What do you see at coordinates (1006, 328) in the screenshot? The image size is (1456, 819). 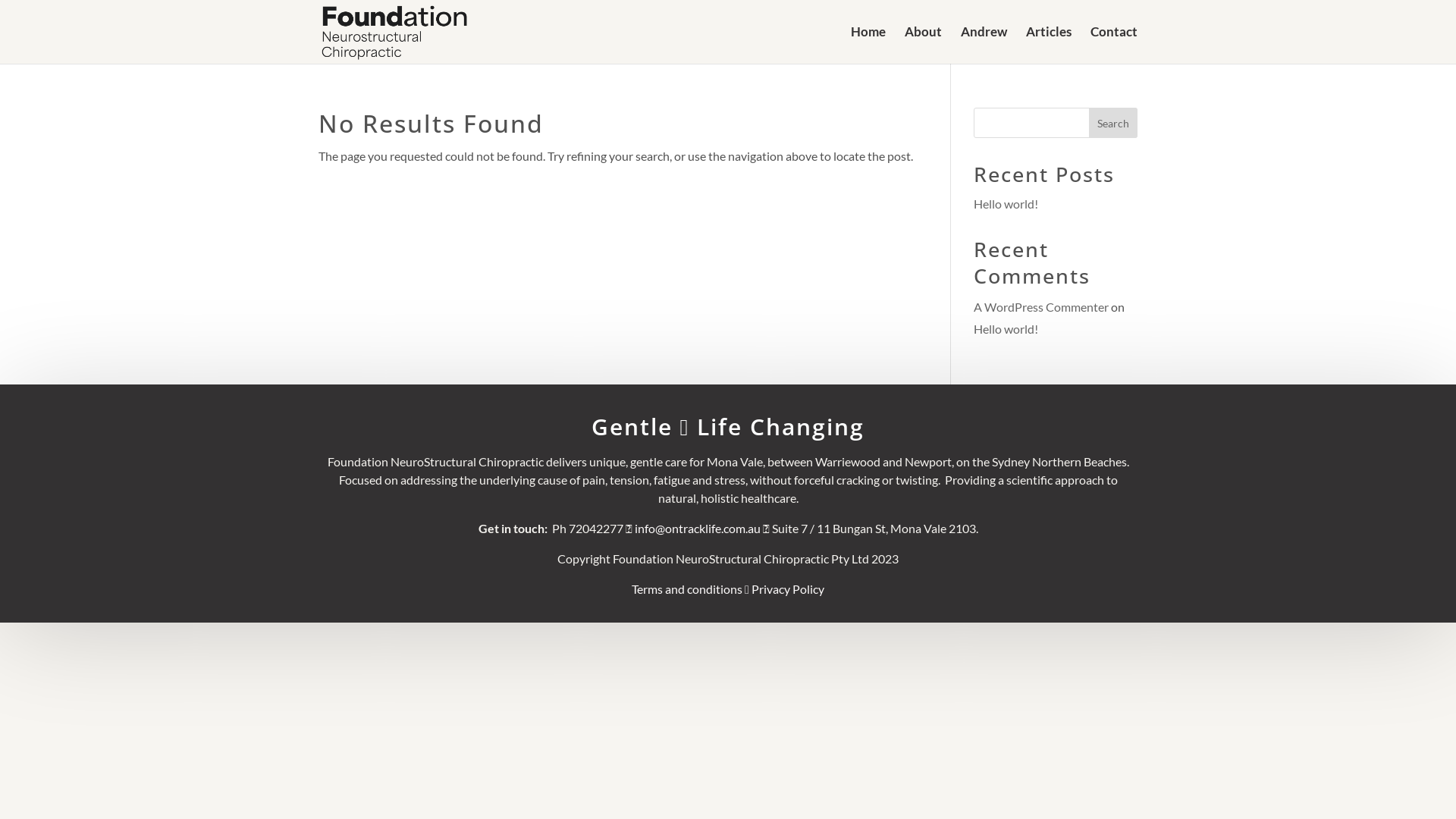 I see `'Hello world!'` at bounding box center [1006, 328].